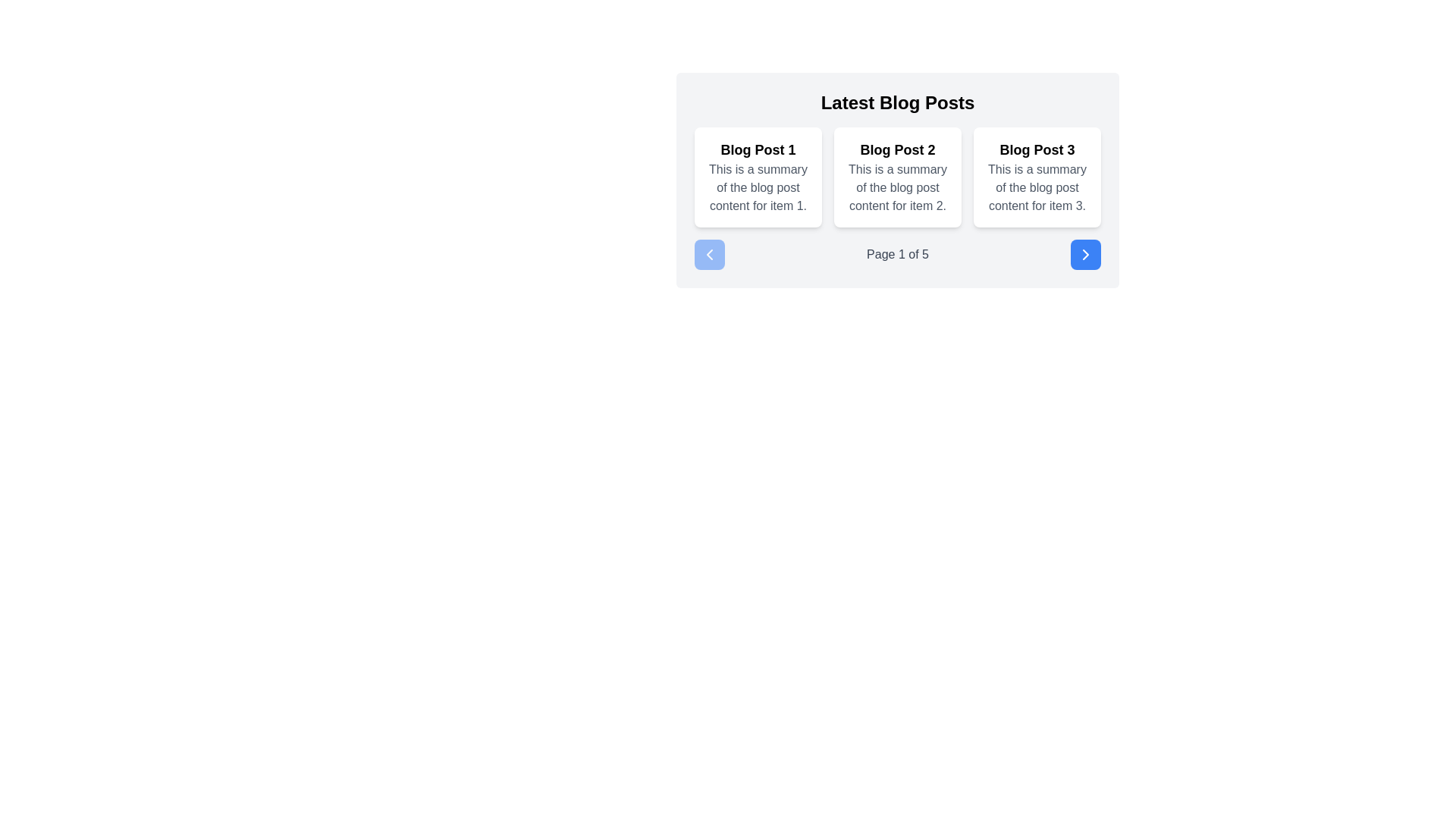 The height and width of the screenshot is (819, 1456). I want to click on the blue circular button containing the chevron icon at the bottom right corner of the interface to proceed to the next page of blog posts, so click(1084, 253).